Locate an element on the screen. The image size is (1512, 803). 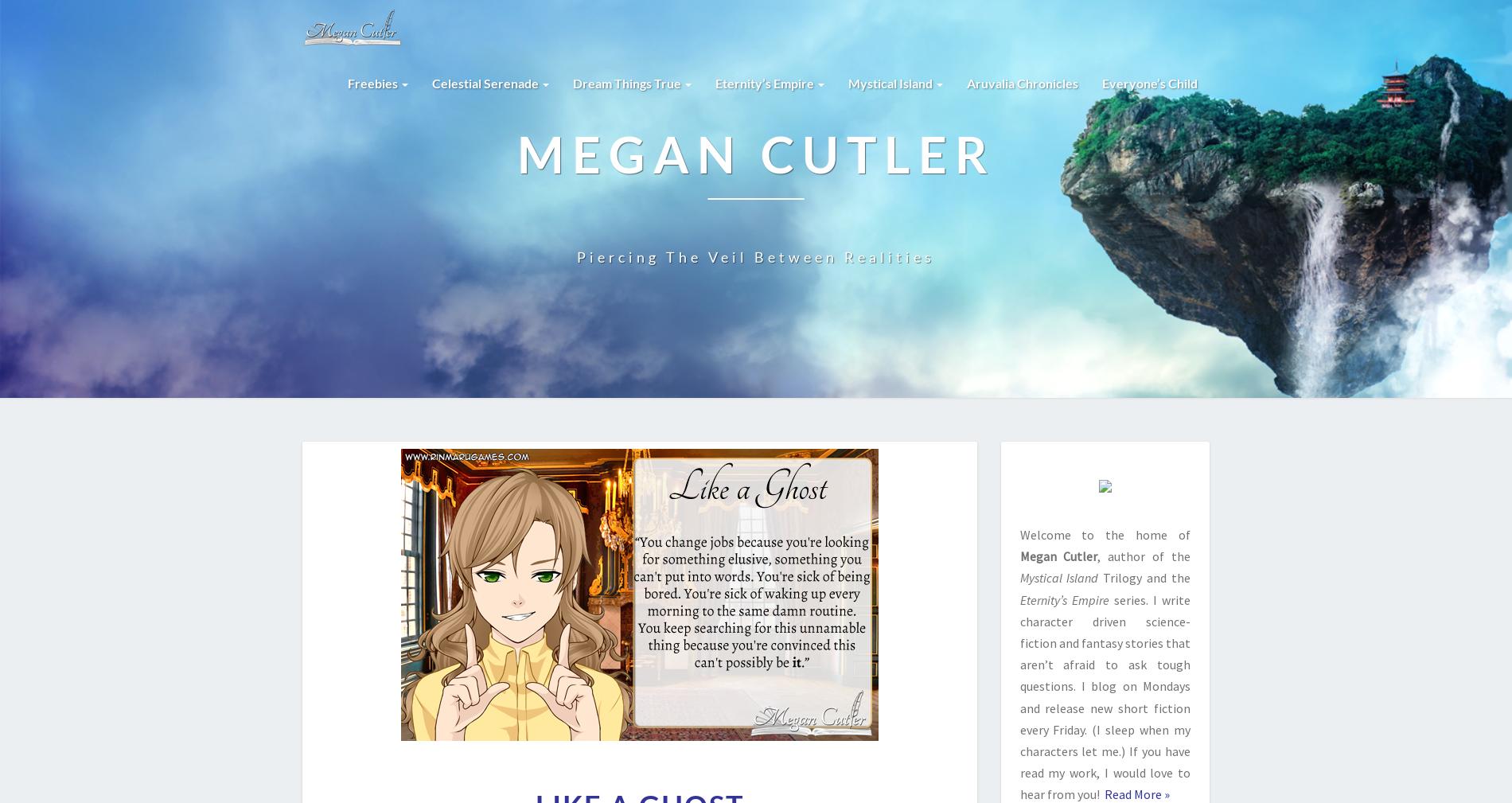
'Read More »' is located at coordinates (1100, 794).